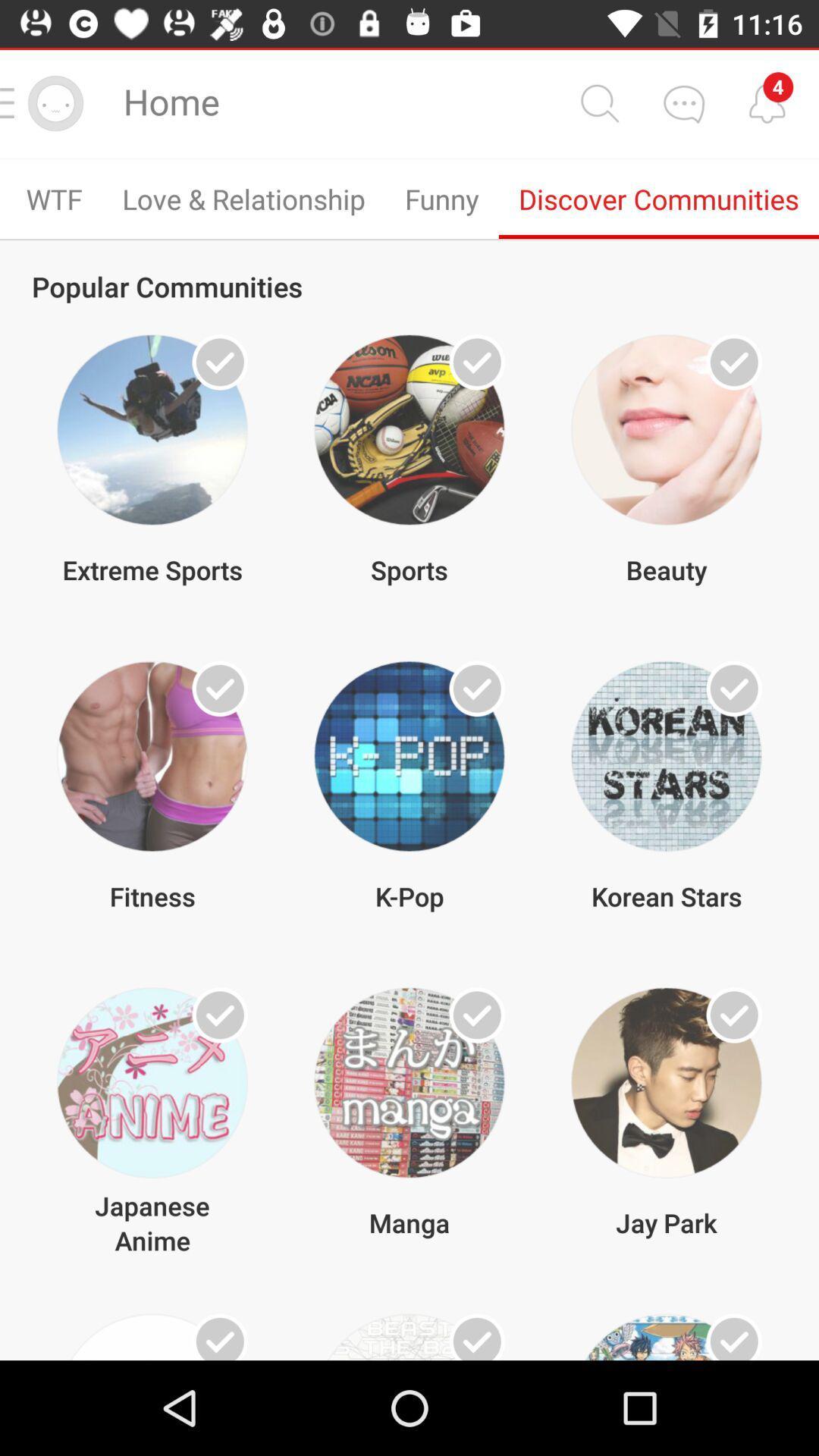 The height and width of the screenshot is (1456, 819). Describe the element at coordinates (767, 102) in the screenshot. I see `message alerts` at that location.